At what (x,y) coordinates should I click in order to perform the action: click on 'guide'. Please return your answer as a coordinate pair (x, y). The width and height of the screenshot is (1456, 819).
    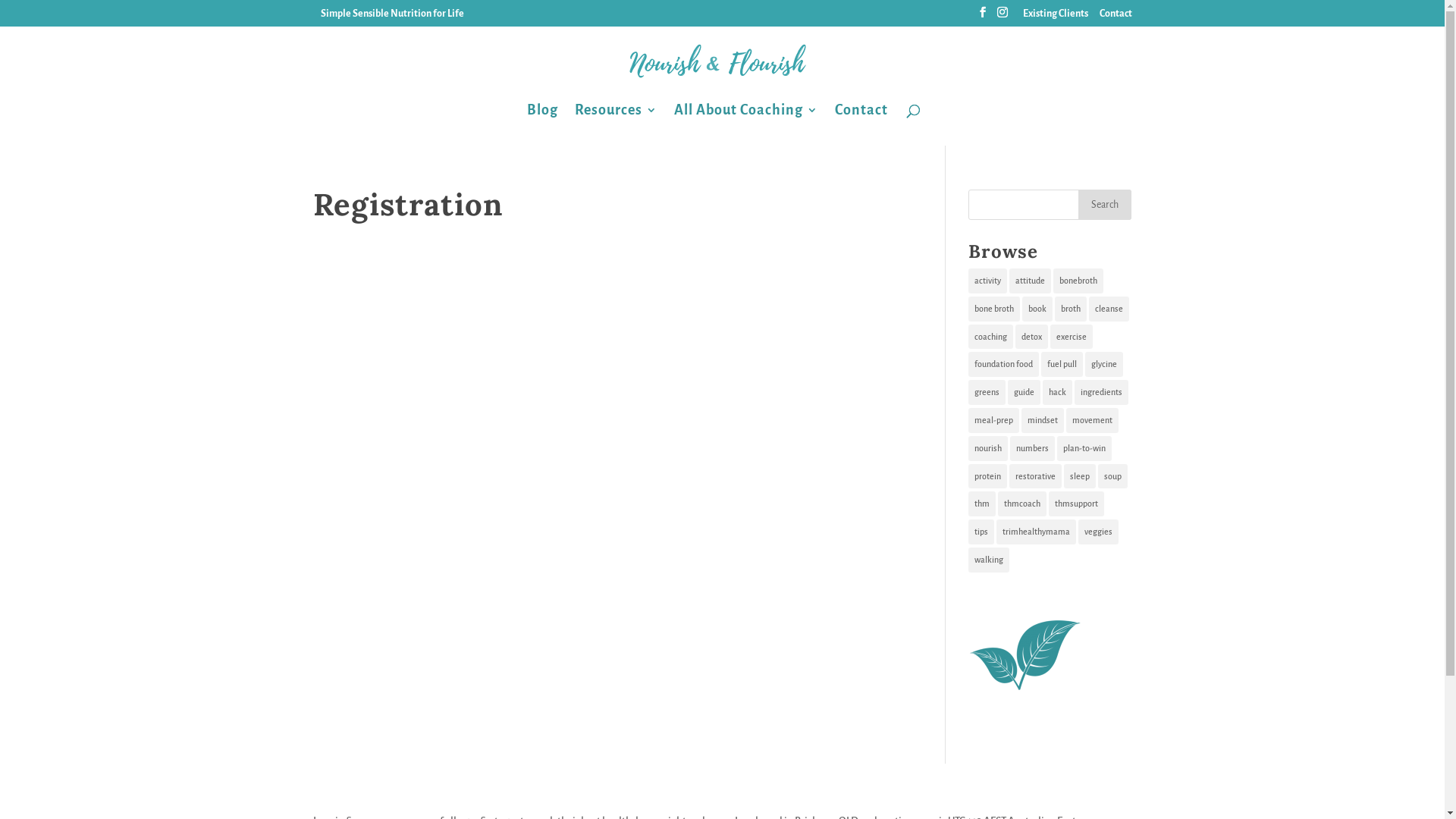
    Looking at the image, I should click on (1008, 391).